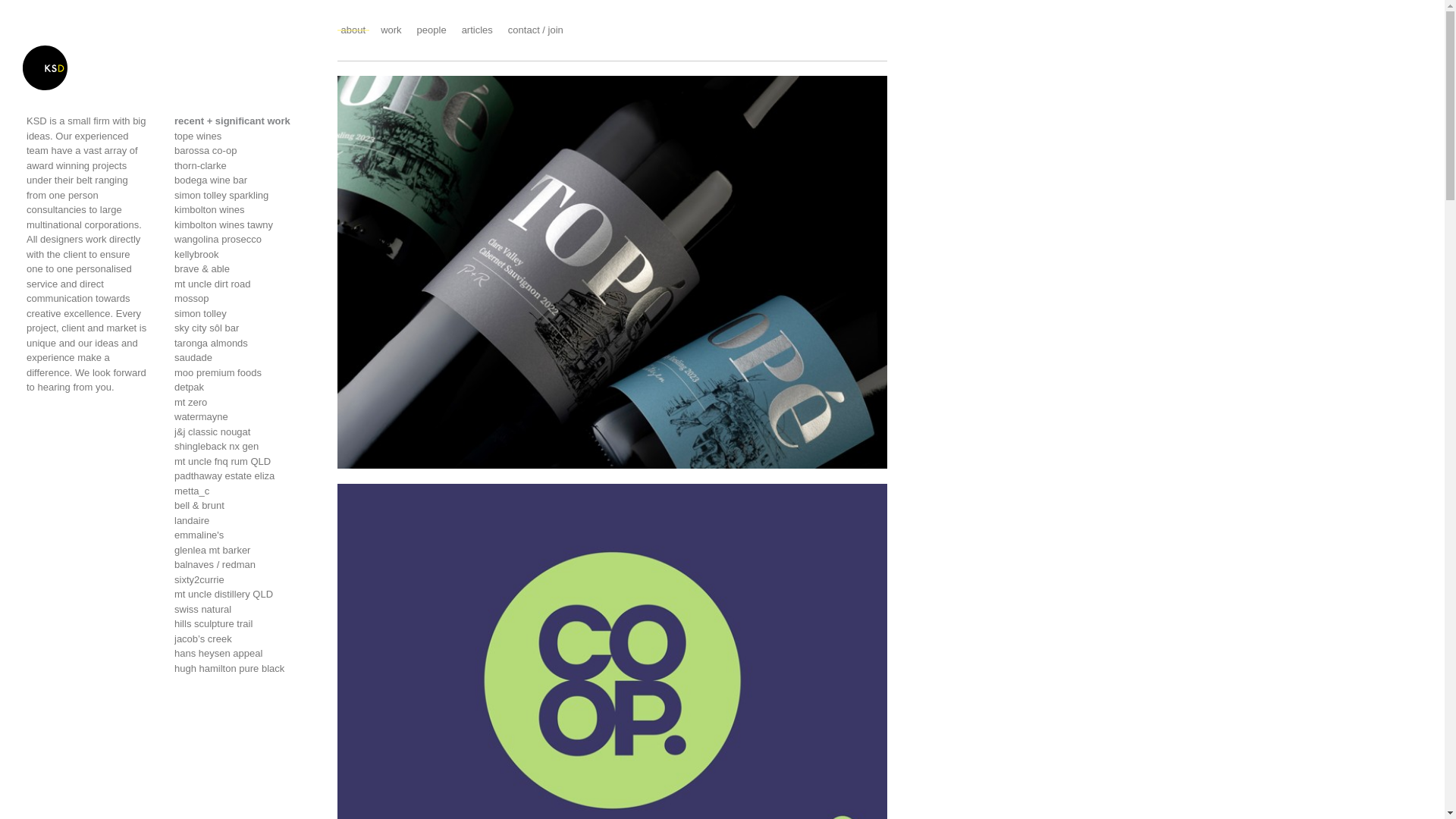  Describe the element at coordinates (353, 30) in the screenshot. I see `'about'` at that location.